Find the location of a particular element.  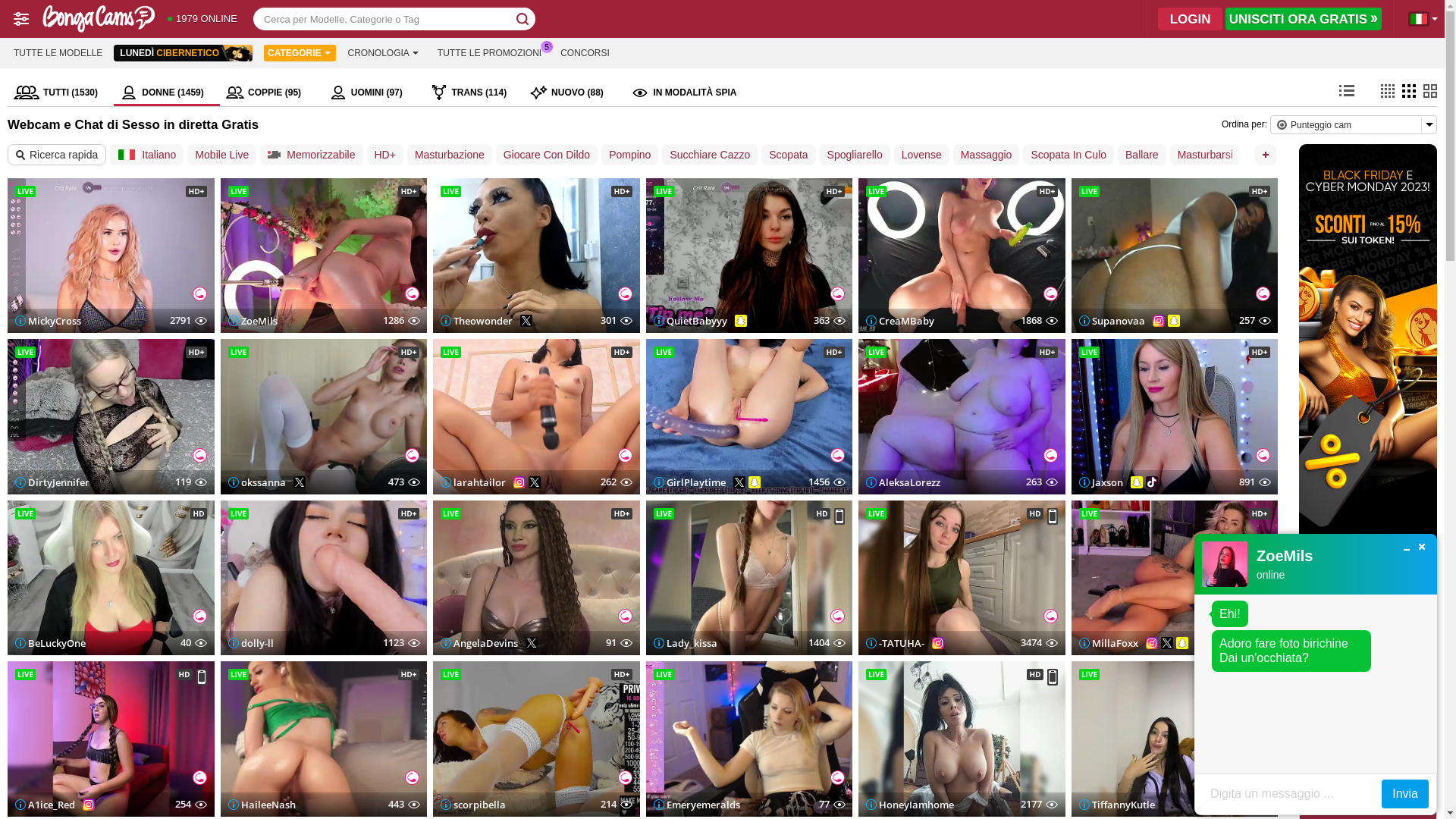

'-TATUHA-' is located at coordinates (895, 643).